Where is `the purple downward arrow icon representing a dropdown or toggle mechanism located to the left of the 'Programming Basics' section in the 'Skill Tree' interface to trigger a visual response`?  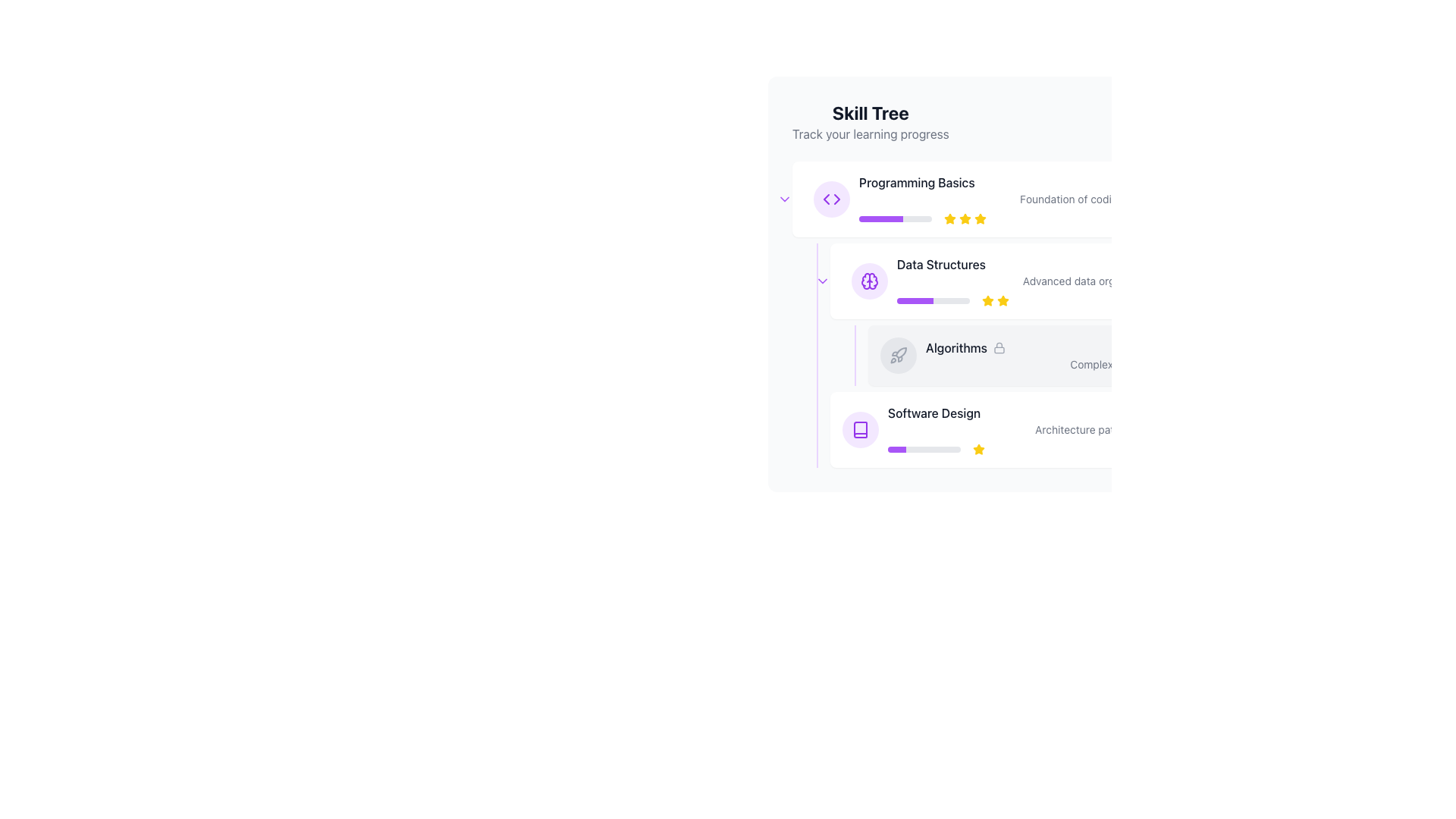
the purple downward arrow icon representing a dropdown or toggle mechanism located to the left of the 'Programming Basics' section in the 'Skill Tree' interface to trigger a visual response is located at coordinates (785, 198).